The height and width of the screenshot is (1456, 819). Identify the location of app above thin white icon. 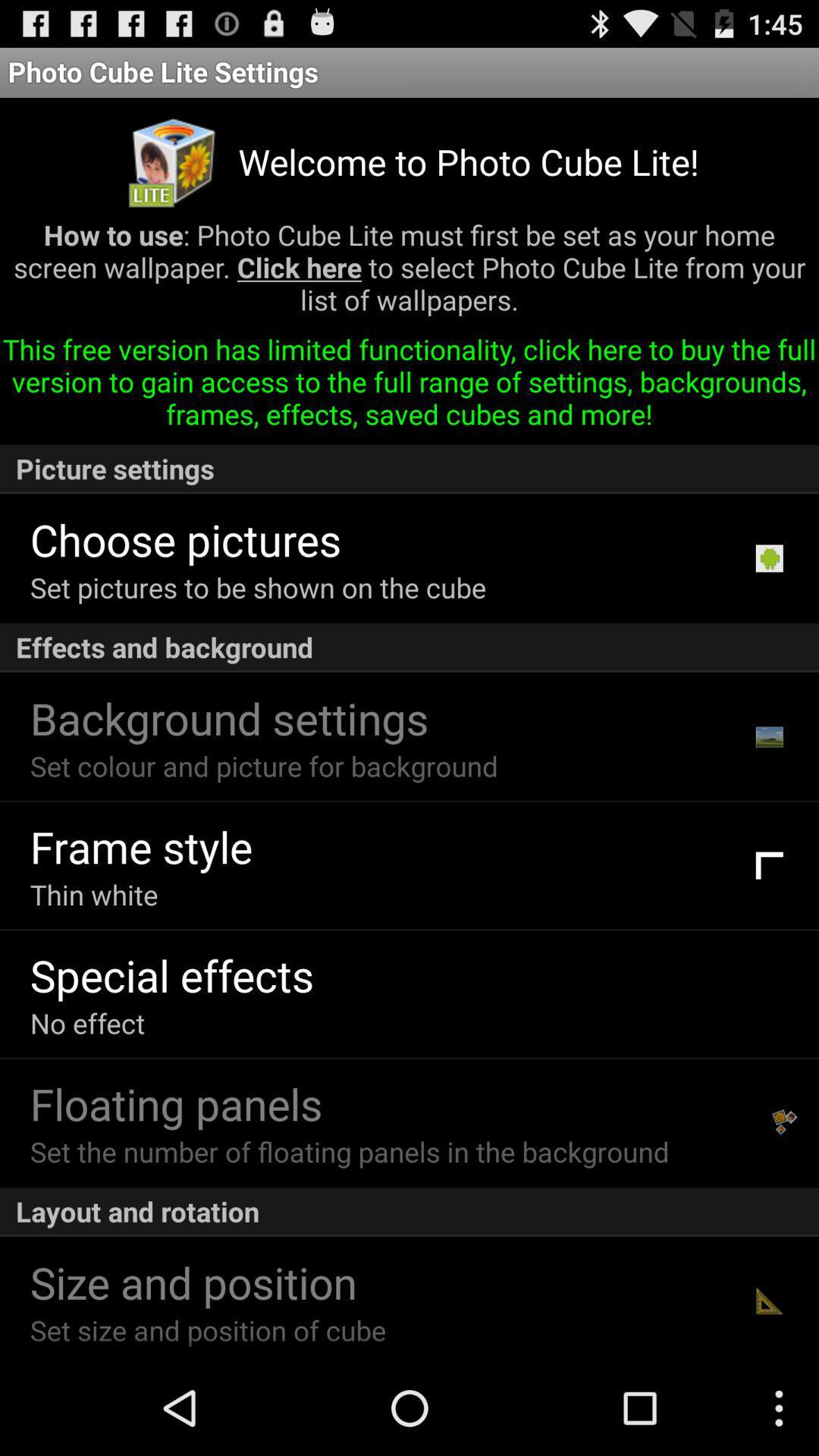
(141, 846).